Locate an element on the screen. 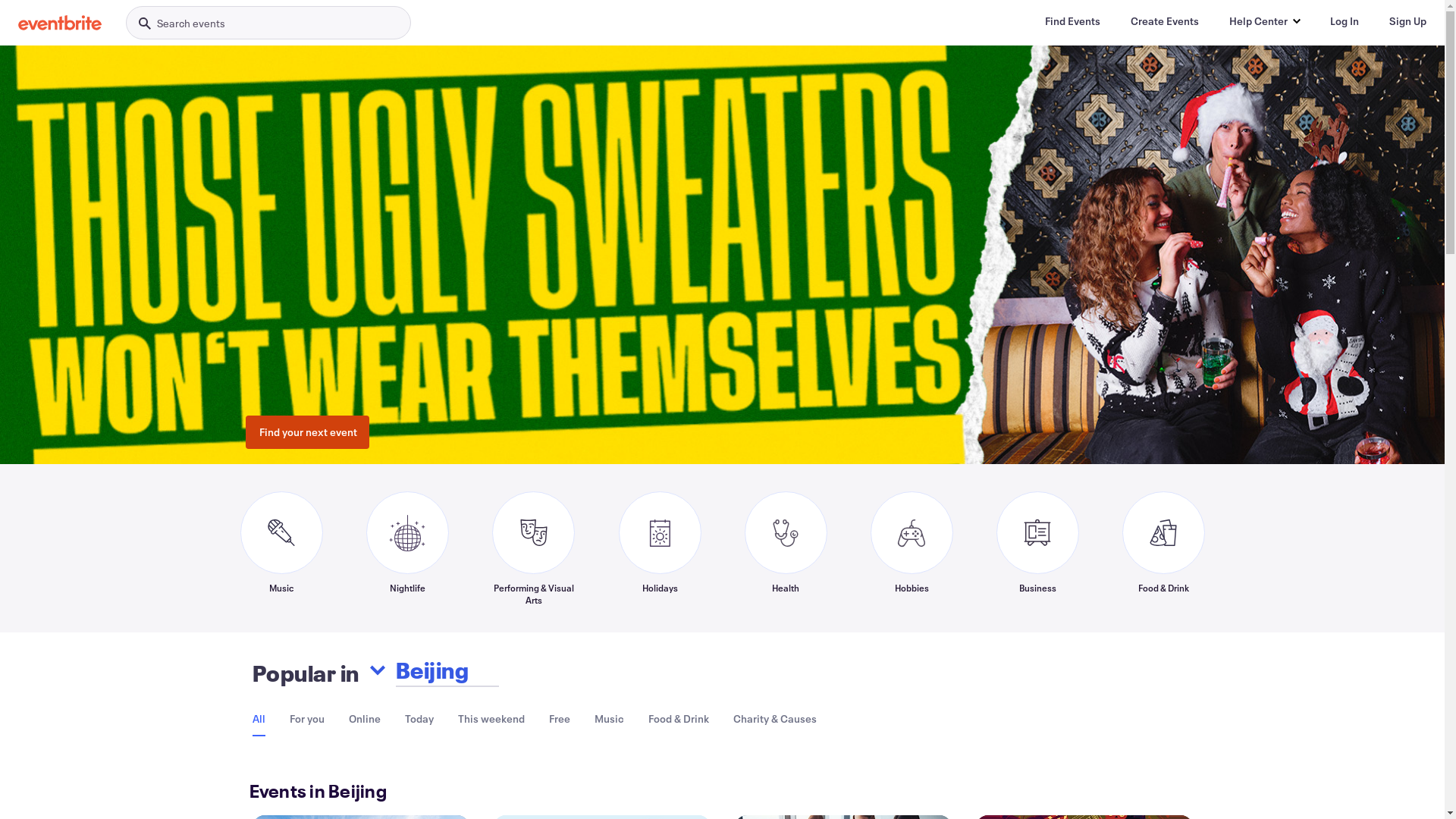 This screenshot has width=1456, height=819. 'Holidays' is located at coordinates (660, 548).